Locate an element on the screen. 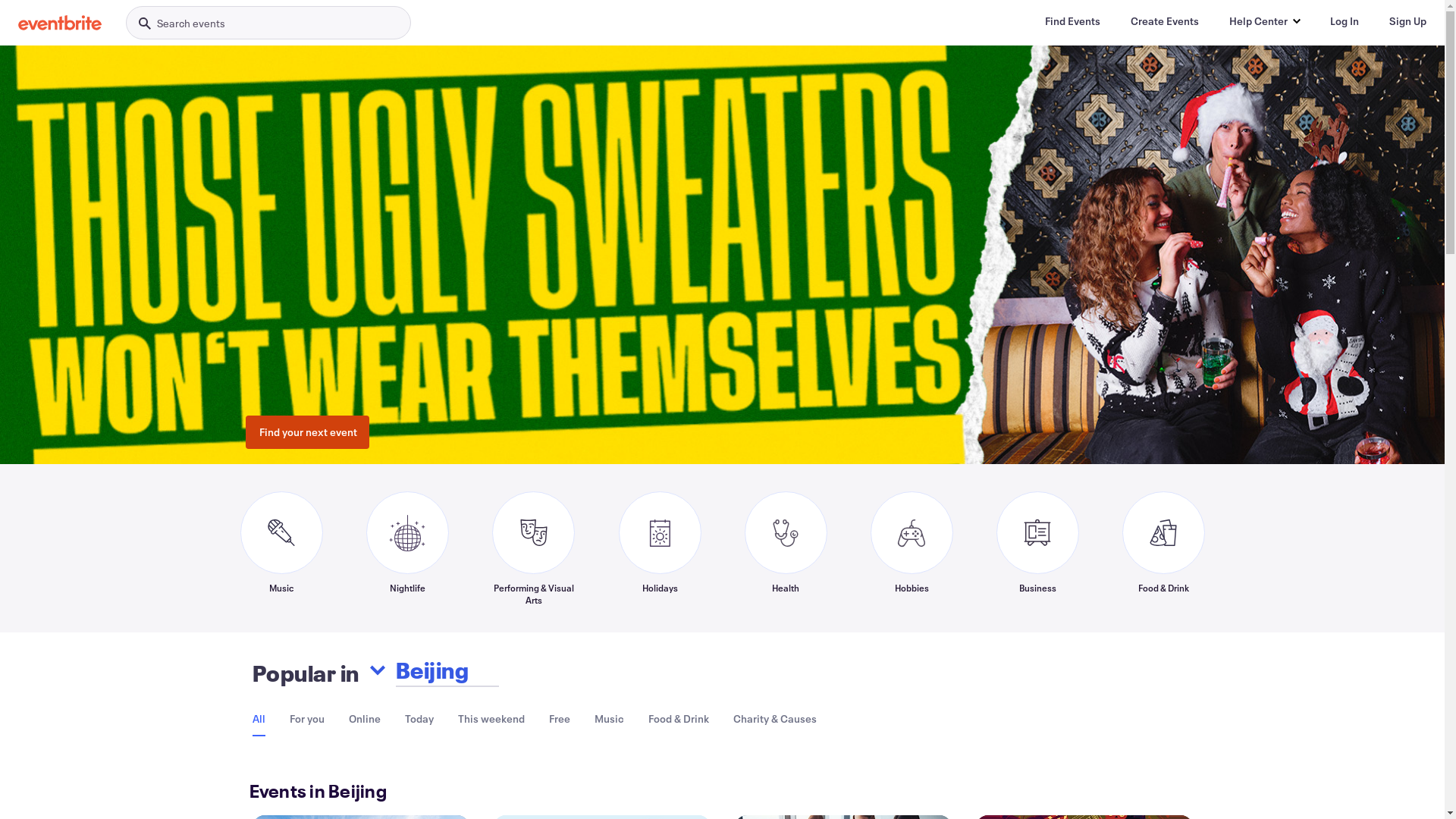 This screenshot has width=1456, height=819. 'Holidays' is located at coordinates (660, 548).